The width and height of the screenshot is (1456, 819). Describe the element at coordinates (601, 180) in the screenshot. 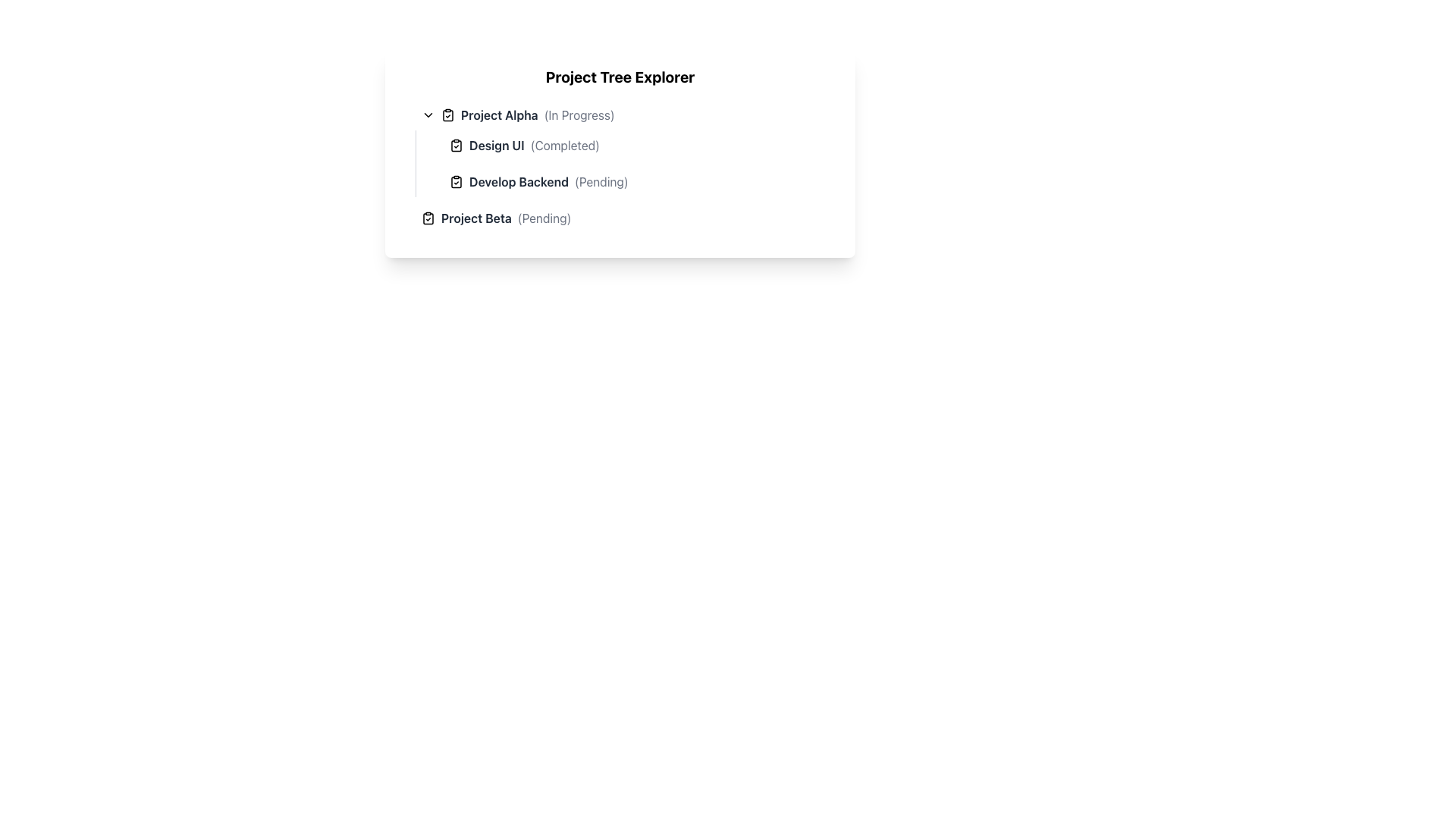

I see `the Text Label indicating the status of the 'Develop Backend' task, which shows it is currently pending, located to the right of the 'Develop Backend' text in the 'Project Alpha' section of the project tree explorer` at that location.